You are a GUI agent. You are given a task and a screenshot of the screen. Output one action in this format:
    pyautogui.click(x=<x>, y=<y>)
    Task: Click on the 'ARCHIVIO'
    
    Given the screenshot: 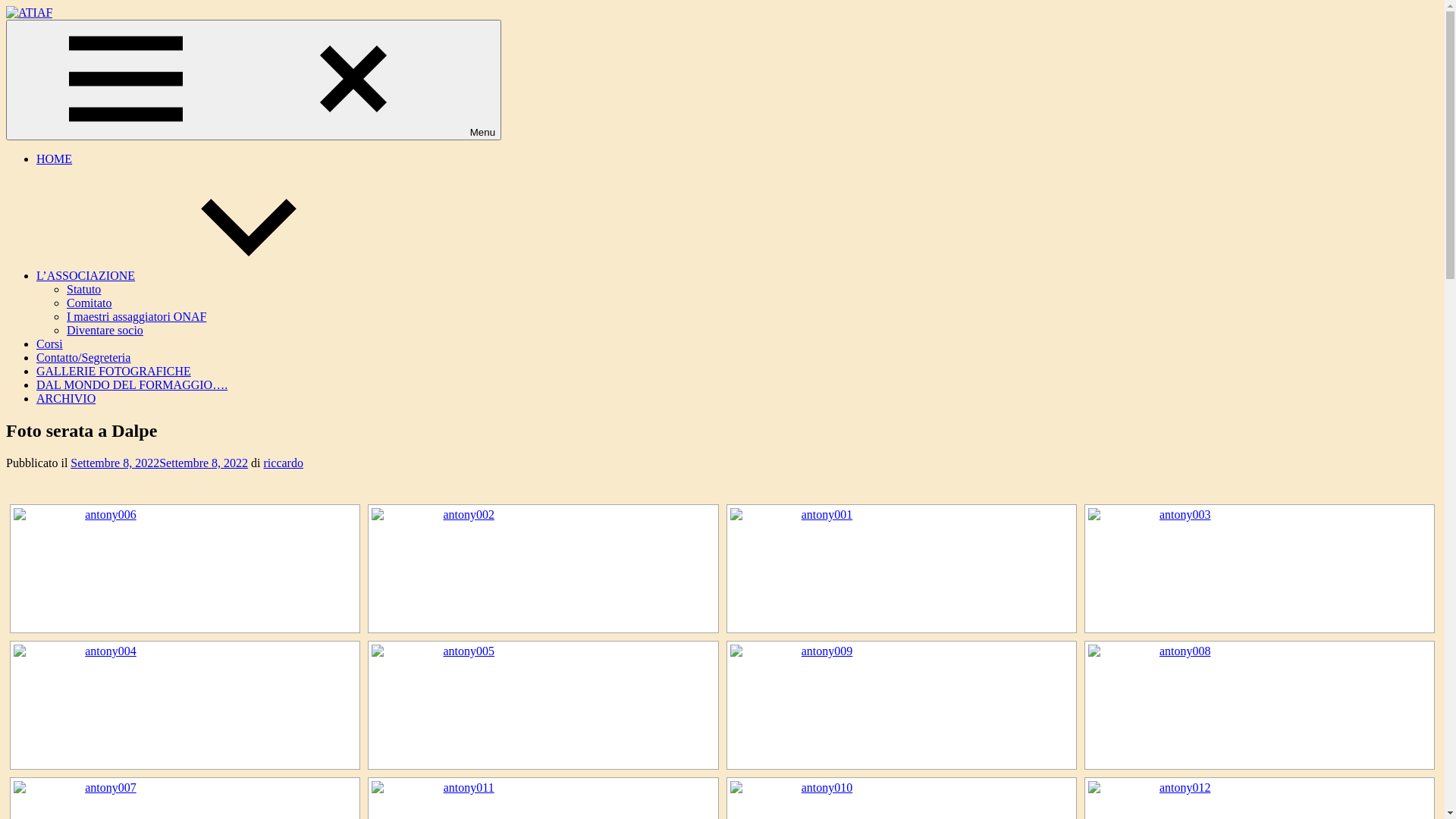 What is the action you would take?
    pyautogui.click(x=64, y=397)
    